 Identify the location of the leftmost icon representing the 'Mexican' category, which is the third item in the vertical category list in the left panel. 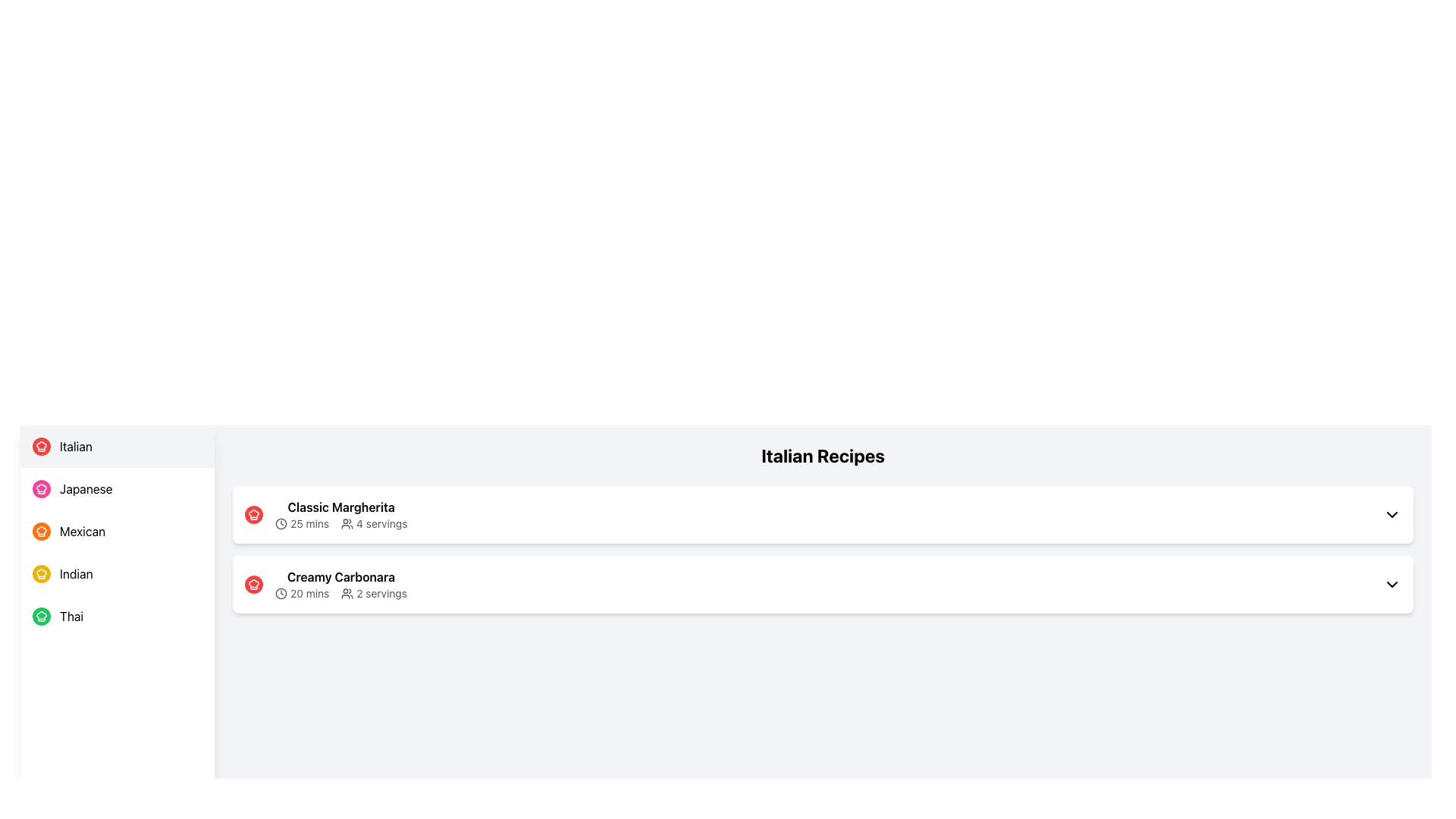
(41, 531).